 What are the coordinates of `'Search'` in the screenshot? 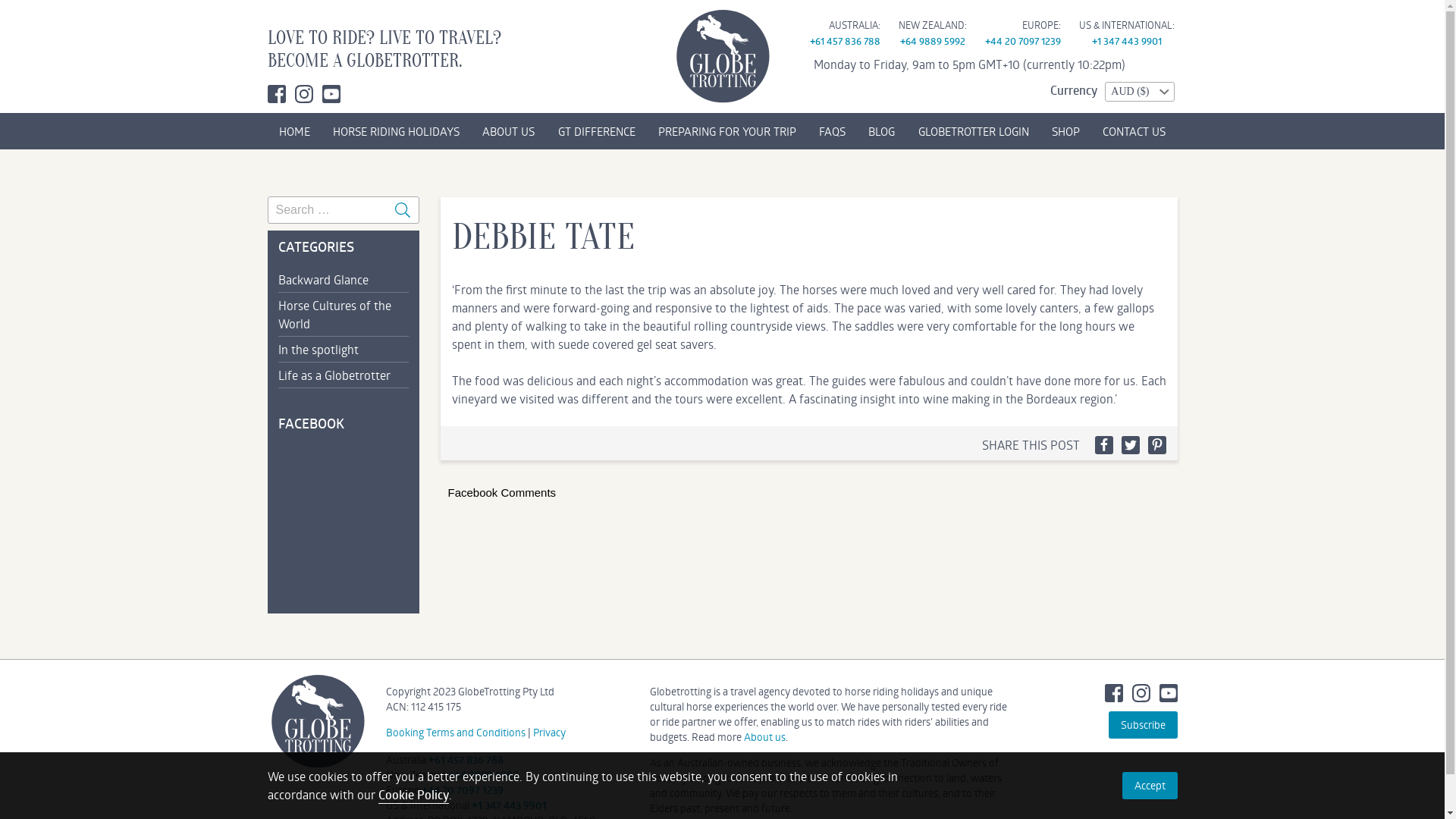 It's located at (402, 210).